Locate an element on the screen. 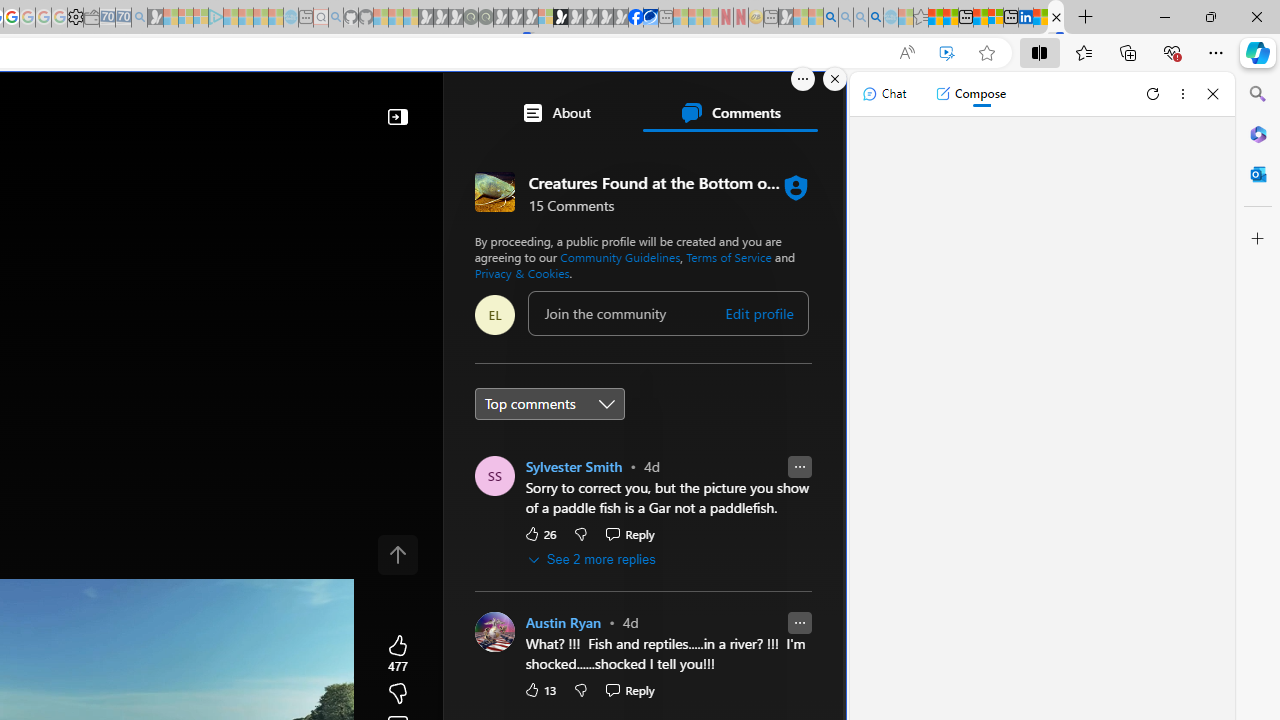  'Report comment' is located at coordinates (798, 622).